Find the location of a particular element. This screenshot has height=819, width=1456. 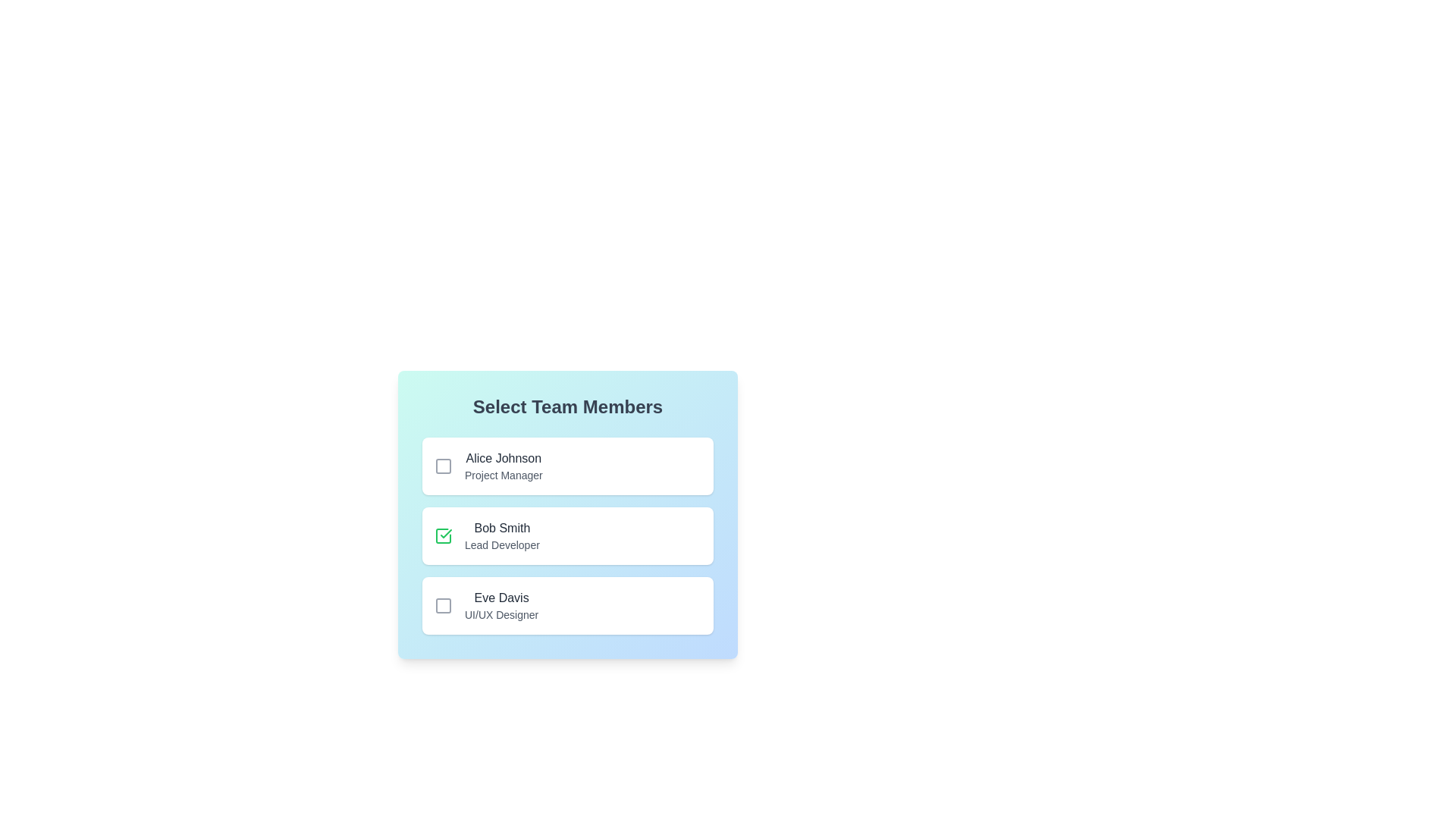

the state indicator icon representing the deselected status of the 'Eve Davis' option in the team member selection interface is located at coordinates (443, 604).